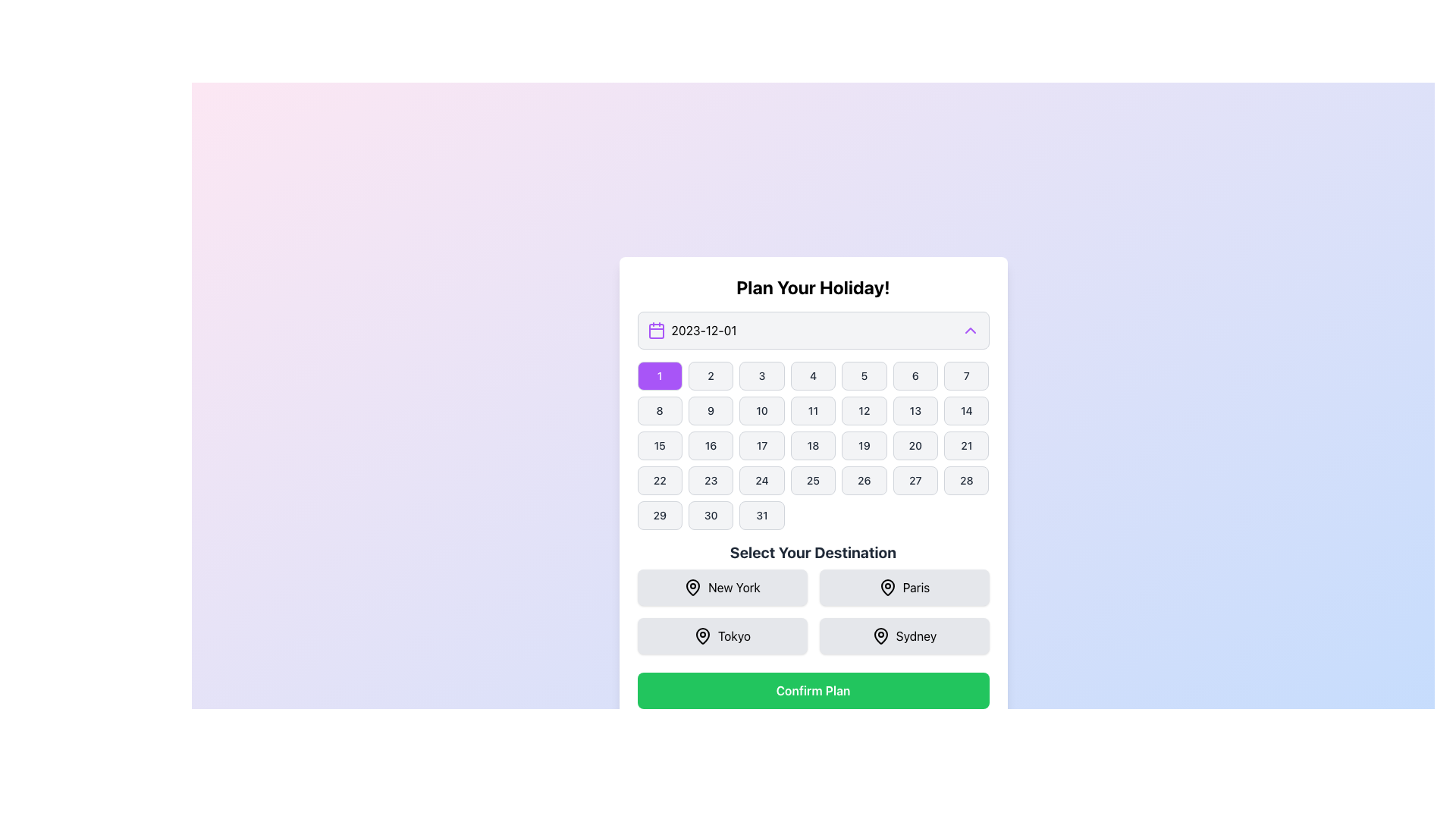 The width and height of the screenshot is (1456, 819). What do you see at coordinates (864, 375) in the screenshot?
I see `the button displaying the number '5', which has a rounded rectangular shape, light gray background, black border, and black text, to visualize its style change` at bounding box center [864, 375].